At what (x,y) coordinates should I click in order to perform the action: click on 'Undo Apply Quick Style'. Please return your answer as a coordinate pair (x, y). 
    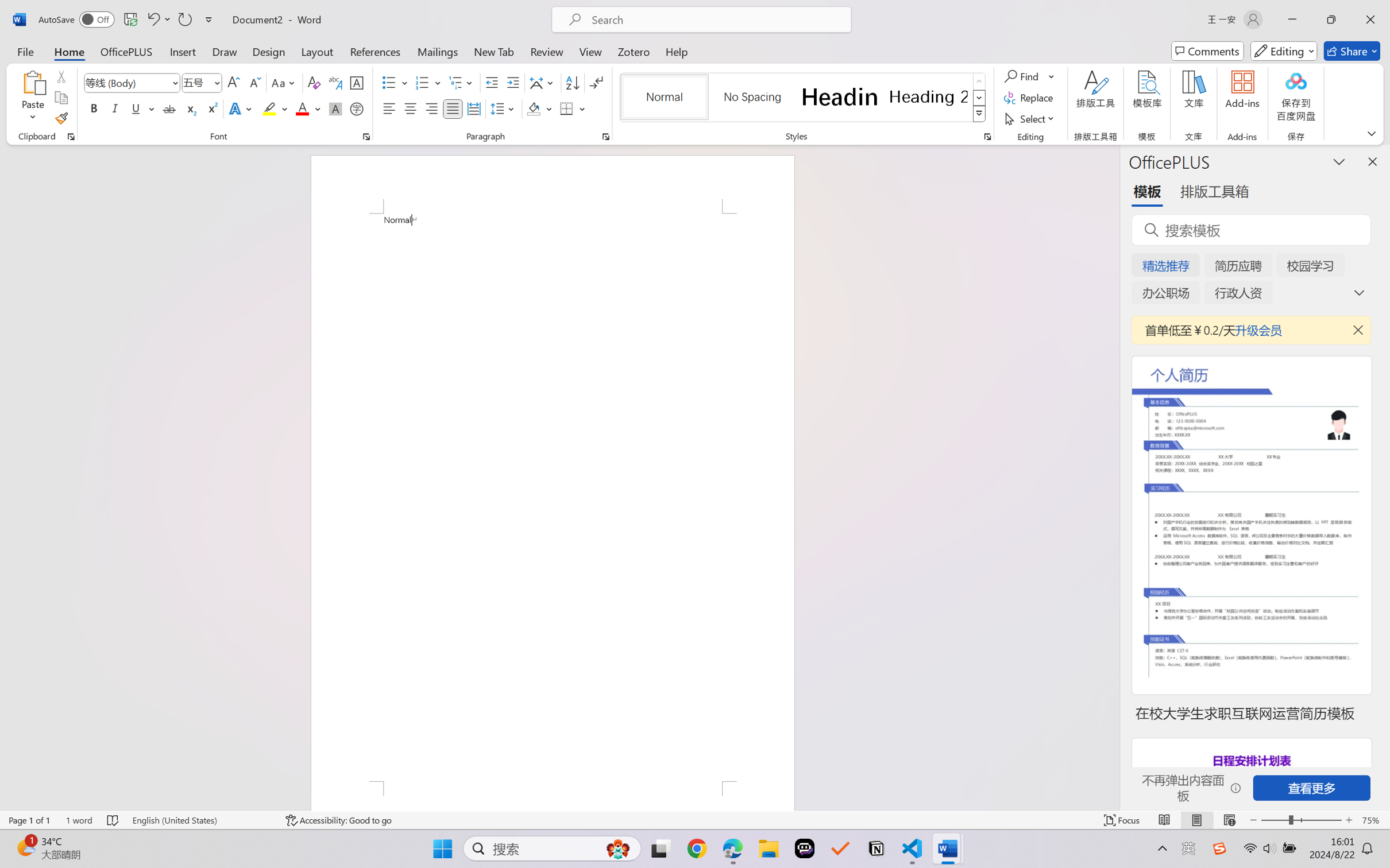
    Looking at the image, I should click on (152, 19).